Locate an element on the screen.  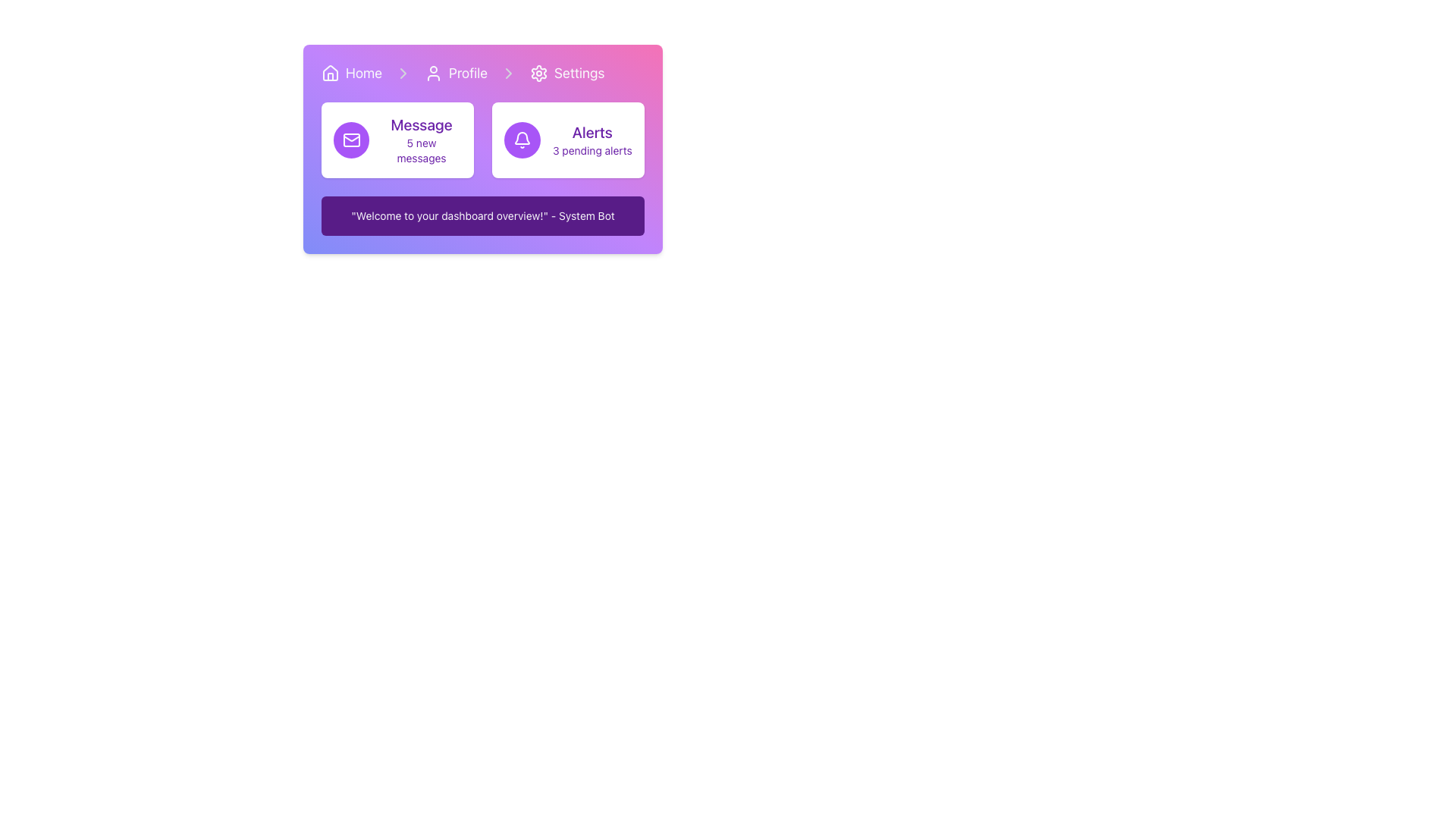
the 'Settings' text label, which is styled with a white font color against a pink-purple gradient background and is the fourth element in the navigation section is located at coordinates (579, 73).